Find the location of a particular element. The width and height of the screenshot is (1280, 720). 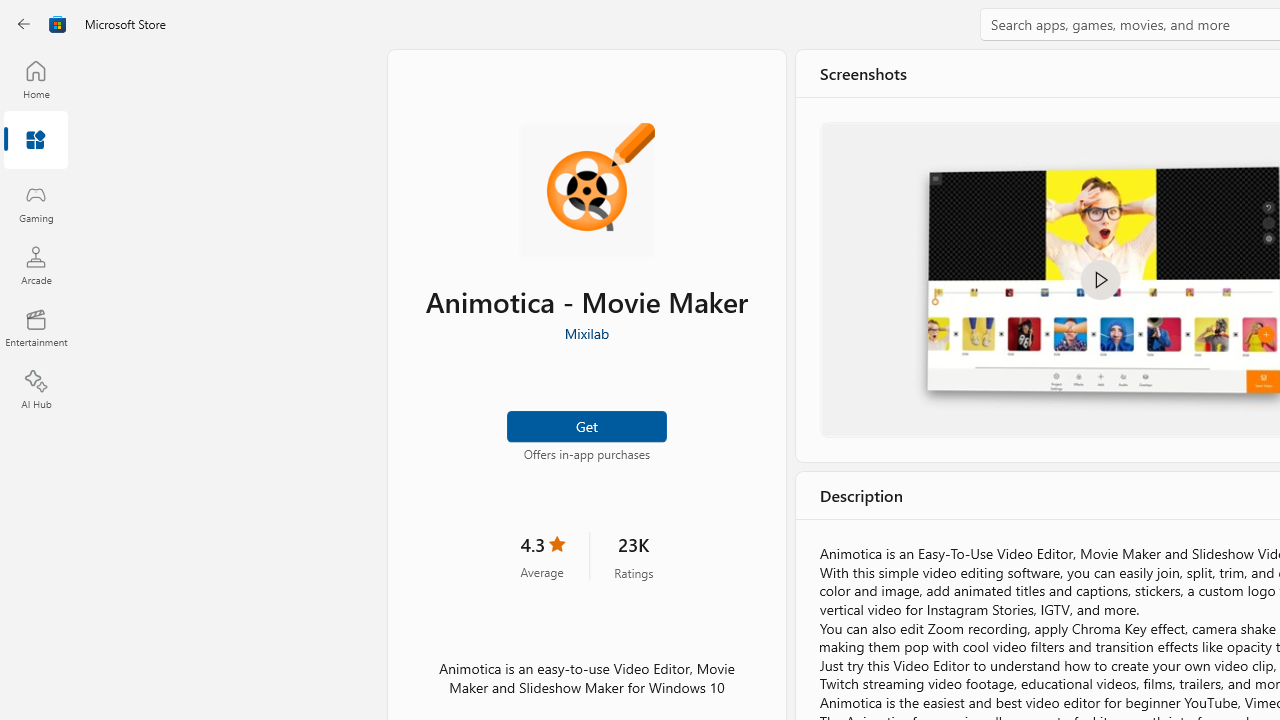

'Class: Image' is located at coordinates (58, 24).